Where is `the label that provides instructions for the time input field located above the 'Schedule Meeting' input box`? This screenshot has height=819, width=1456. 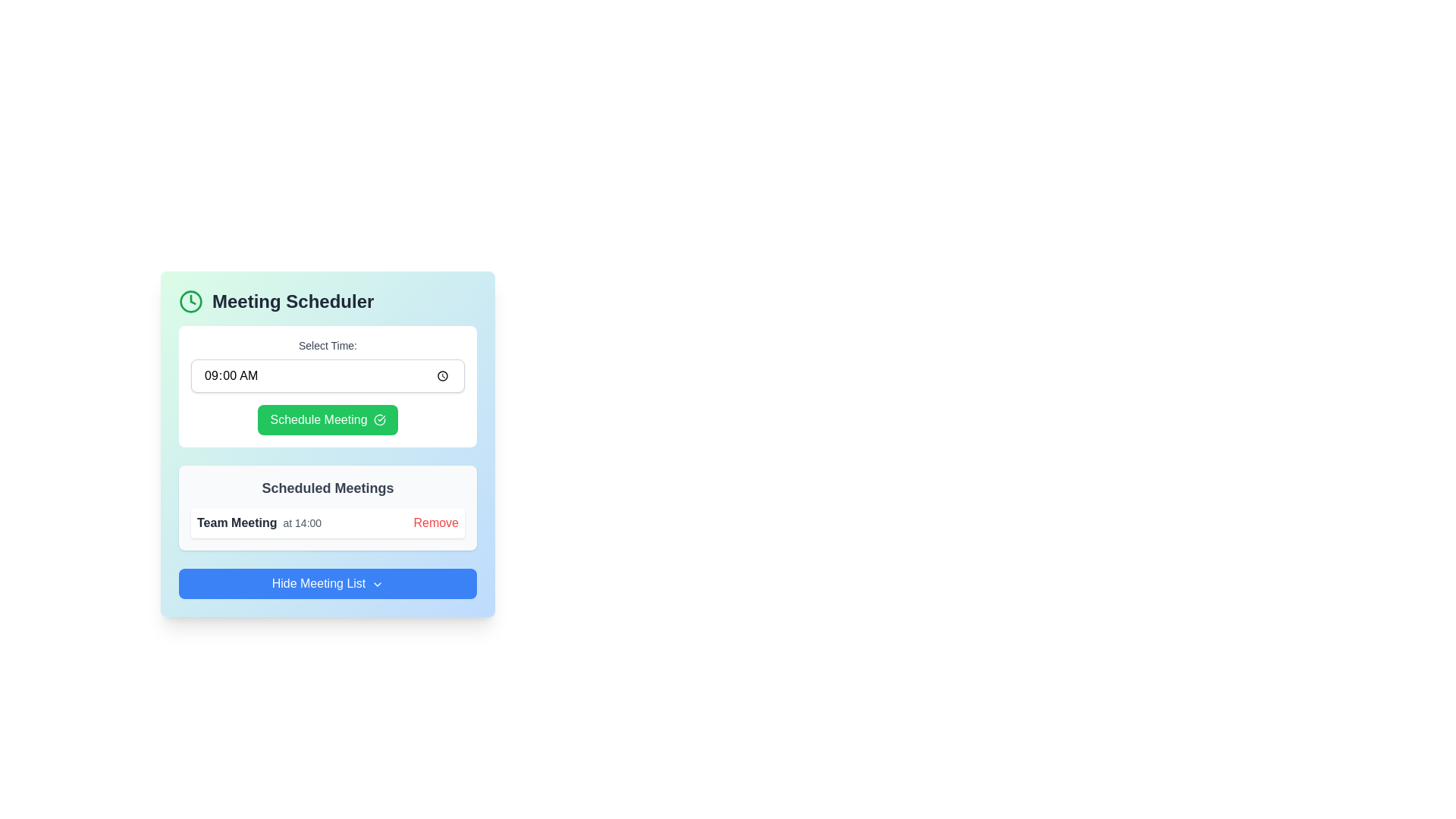
the label that provides instructions for the time input field located above the 'Schedule Meeting' input box is located at coordinates (327, 345).